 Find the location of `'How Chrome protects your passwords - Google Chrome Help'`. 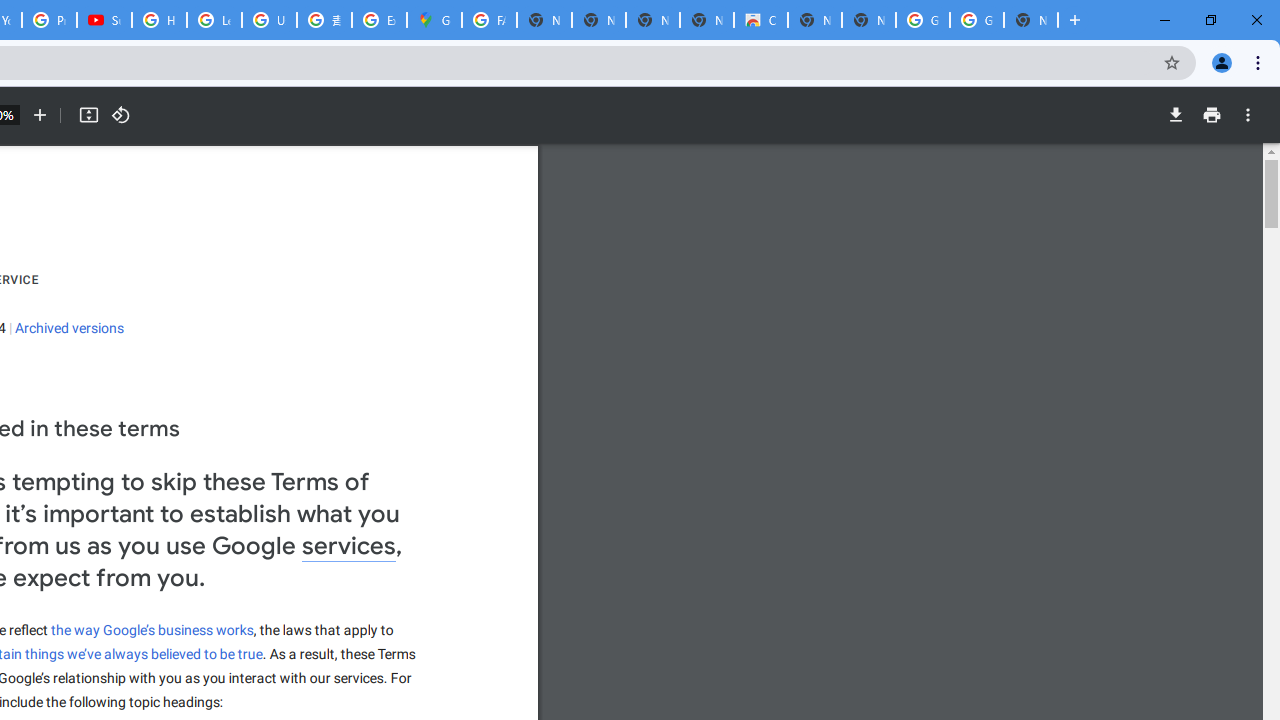

'How Chrome protects your passwords - Google Chrome Help' is located at coordinates (158, 20).